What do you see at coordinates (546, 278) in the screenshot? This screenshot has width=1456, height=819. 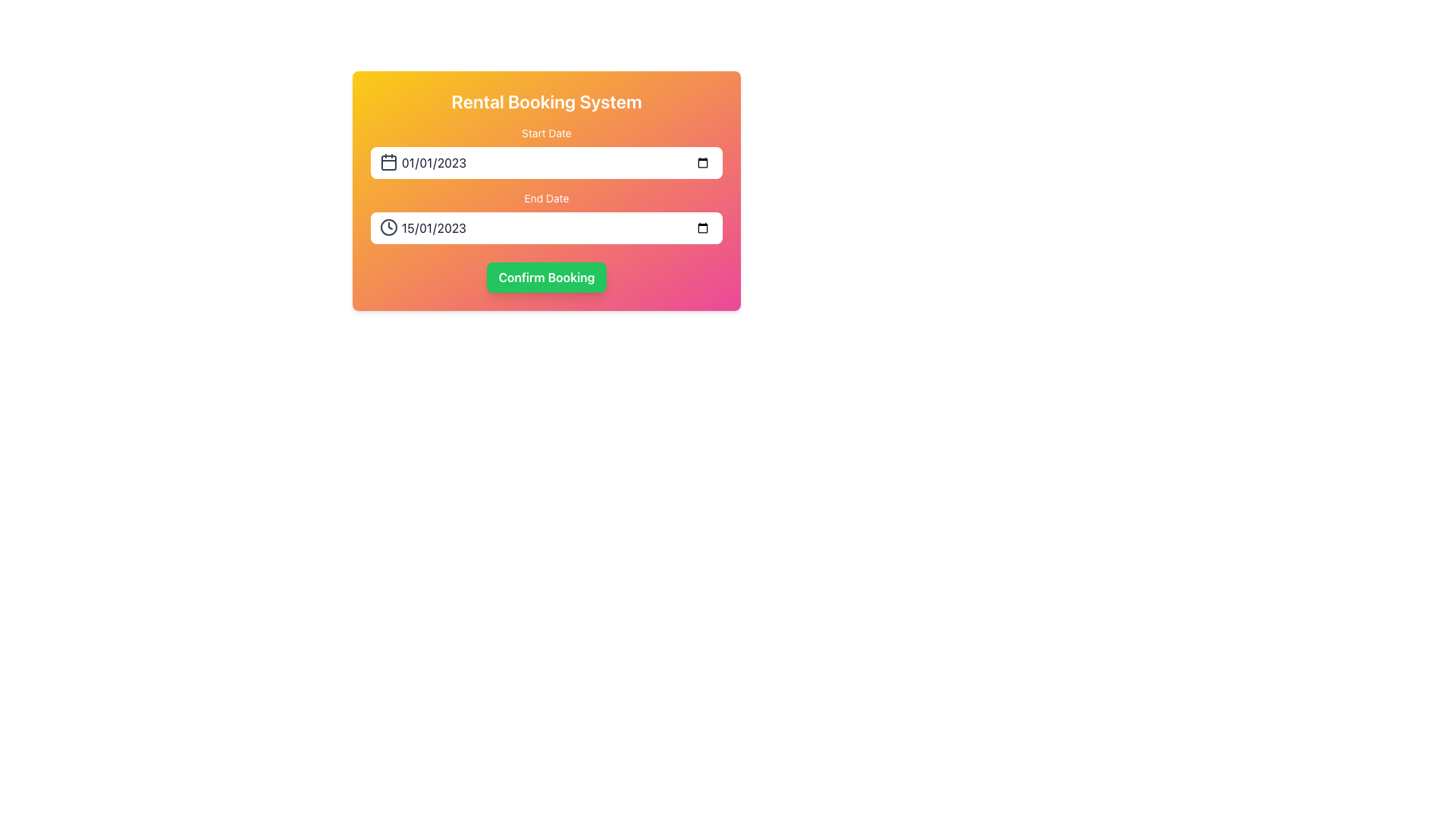 I see `the confirmation button for completing the booking process` at bounding box center [546, 278].